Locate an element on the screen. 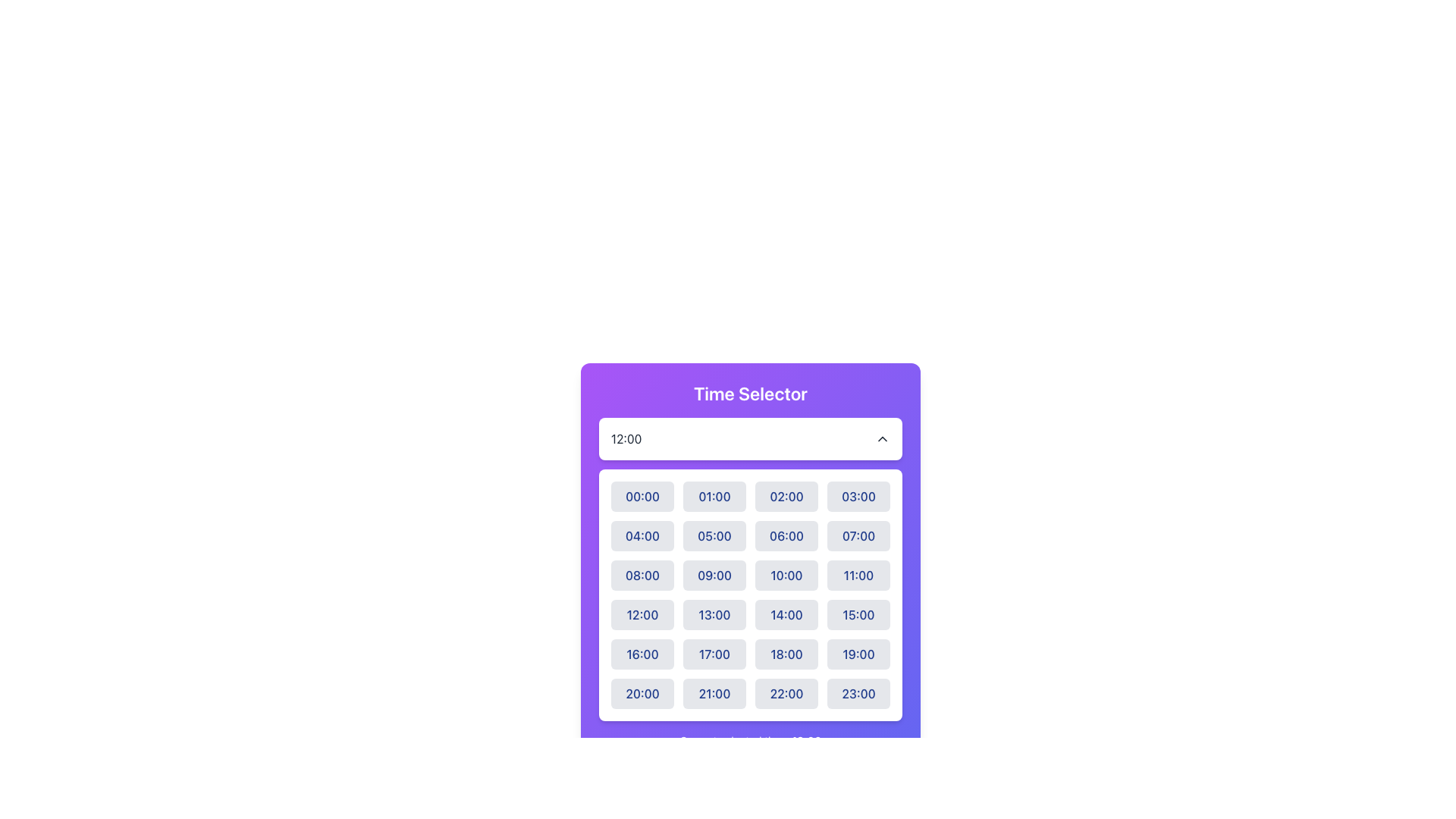  the '00:00' time option button in the 'Time Selector' modal by focusing on it using the keyboard is located at coordinates (642, 497).